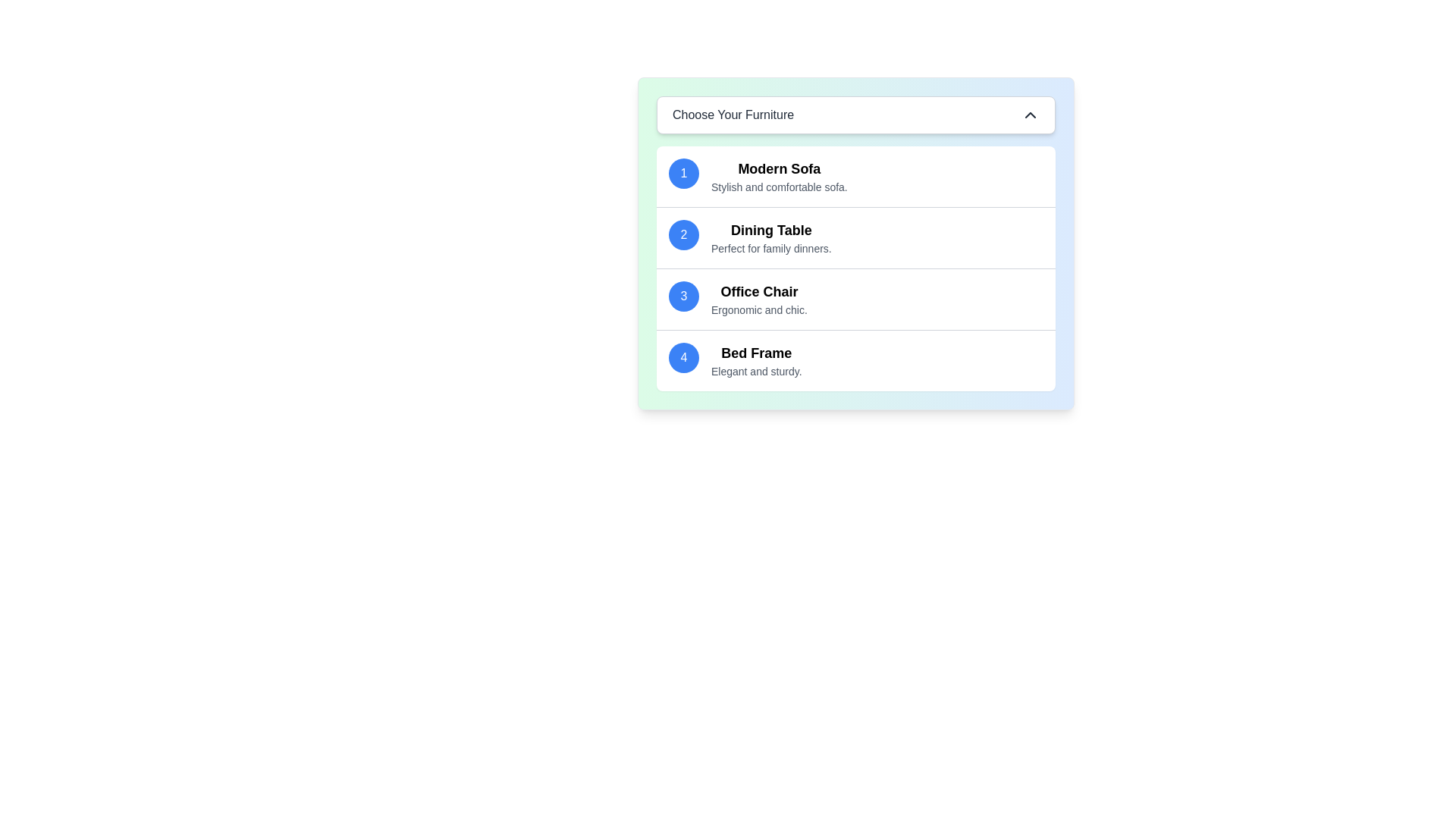  What do you see at coordinates (1030, 114) in the screenshot?
I see `the Chevron dropdown indicator icon located to the far right of the header containing the text 'Choose Your Furniture'` at bounding box center [1030, 114].